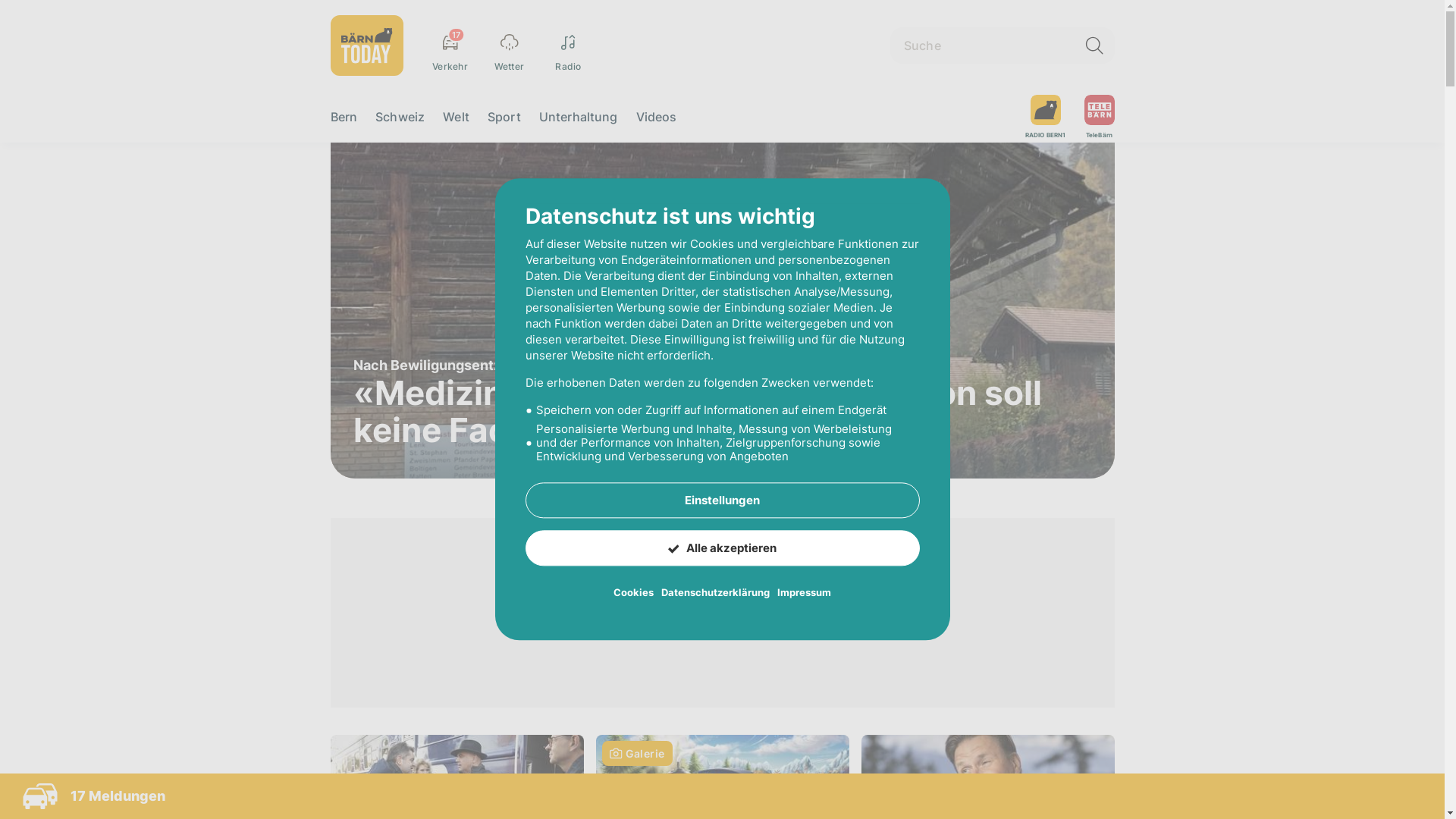  I want to click on 'RADIO BERN1', so click(1044, 116).